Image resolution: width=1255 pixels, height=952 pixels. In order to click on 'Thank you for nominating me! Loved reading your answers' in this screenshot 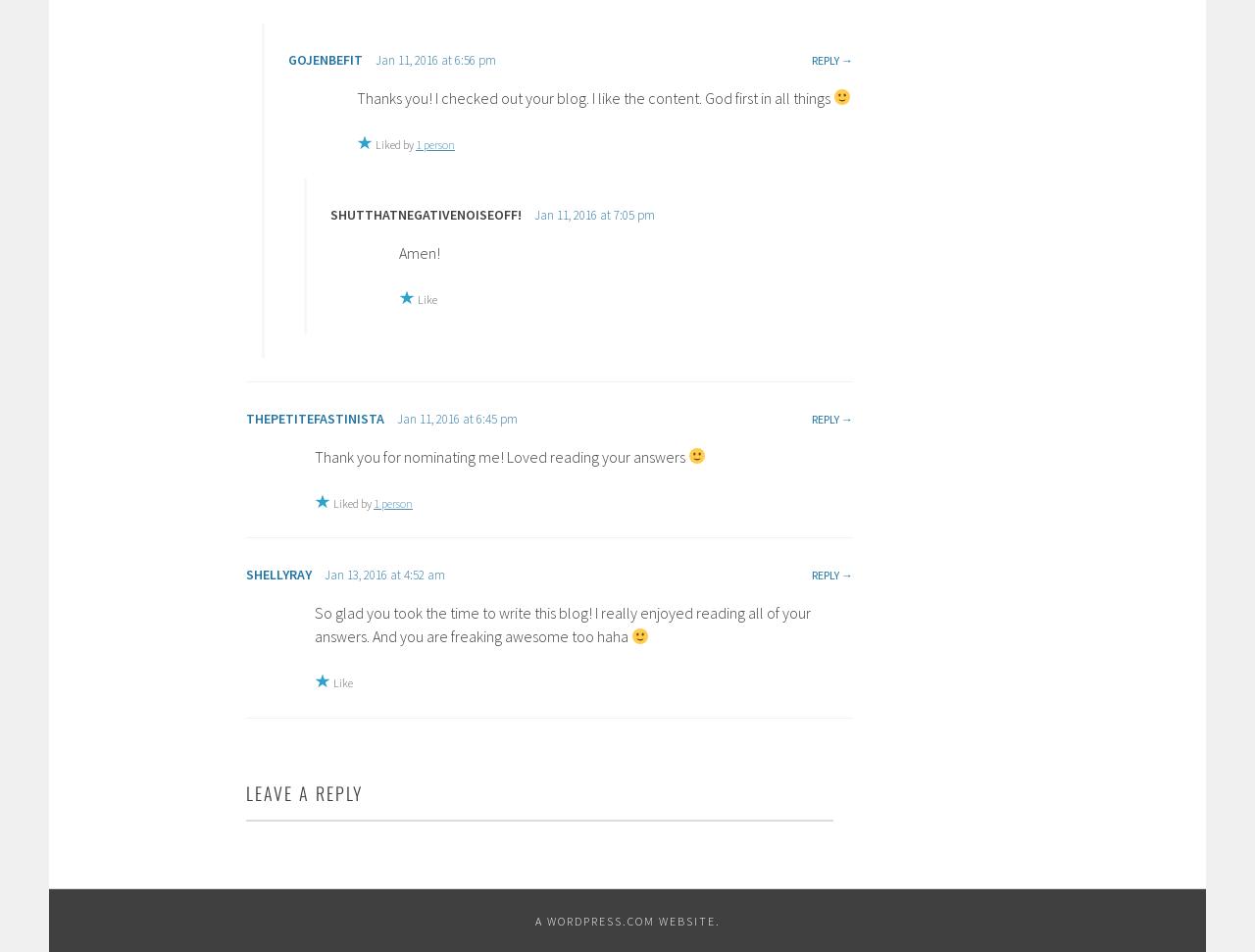, I will do `click(501, 456)`.